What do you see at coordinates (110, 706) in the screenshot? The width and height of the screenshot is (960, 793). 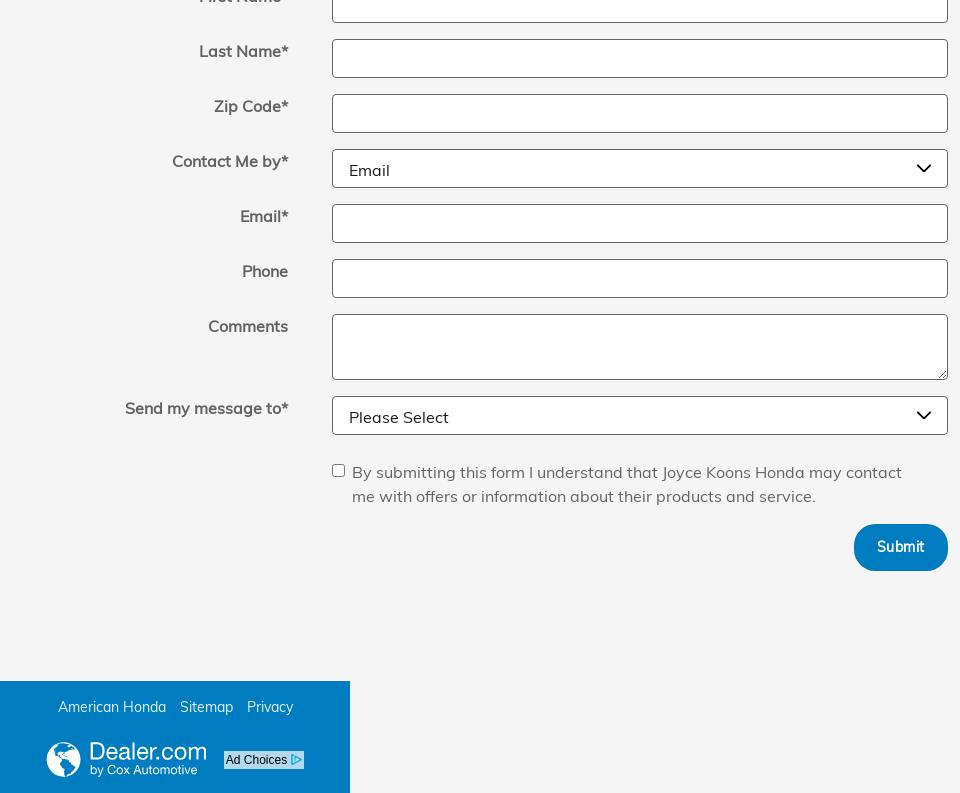 I see `'American Honda'` at bounding box center [110, 706].